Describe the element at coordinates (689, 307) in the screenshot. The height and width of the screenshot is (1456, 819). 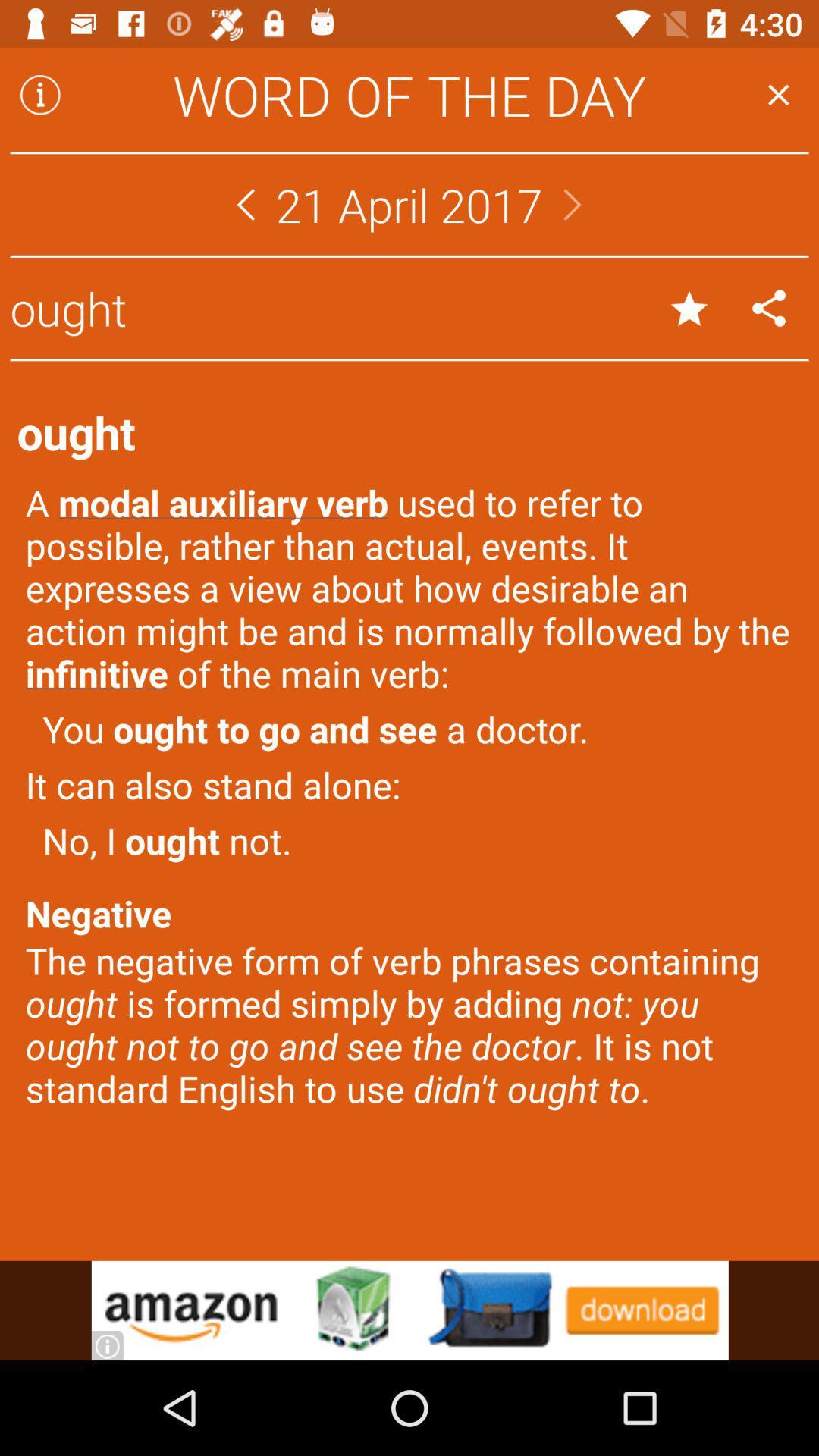
I see `to favorite` at that location.